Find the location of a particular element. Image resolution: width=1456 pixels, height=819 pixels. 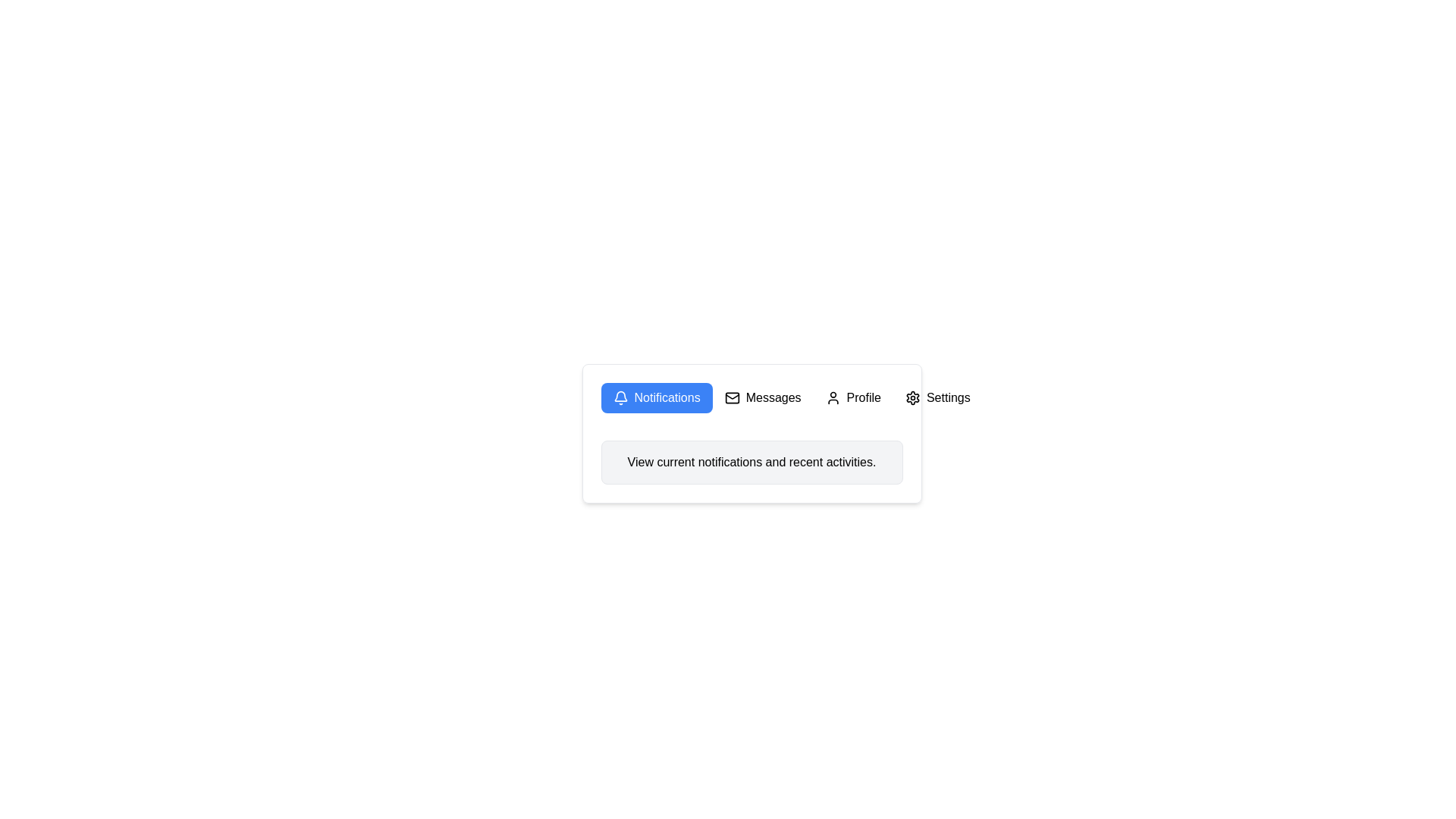

the 'Messages' button, which features an envelope icon and is located between the 'Notifications' and 'Profile' buttons in the navigation menu is located at coordinates (763, 397).